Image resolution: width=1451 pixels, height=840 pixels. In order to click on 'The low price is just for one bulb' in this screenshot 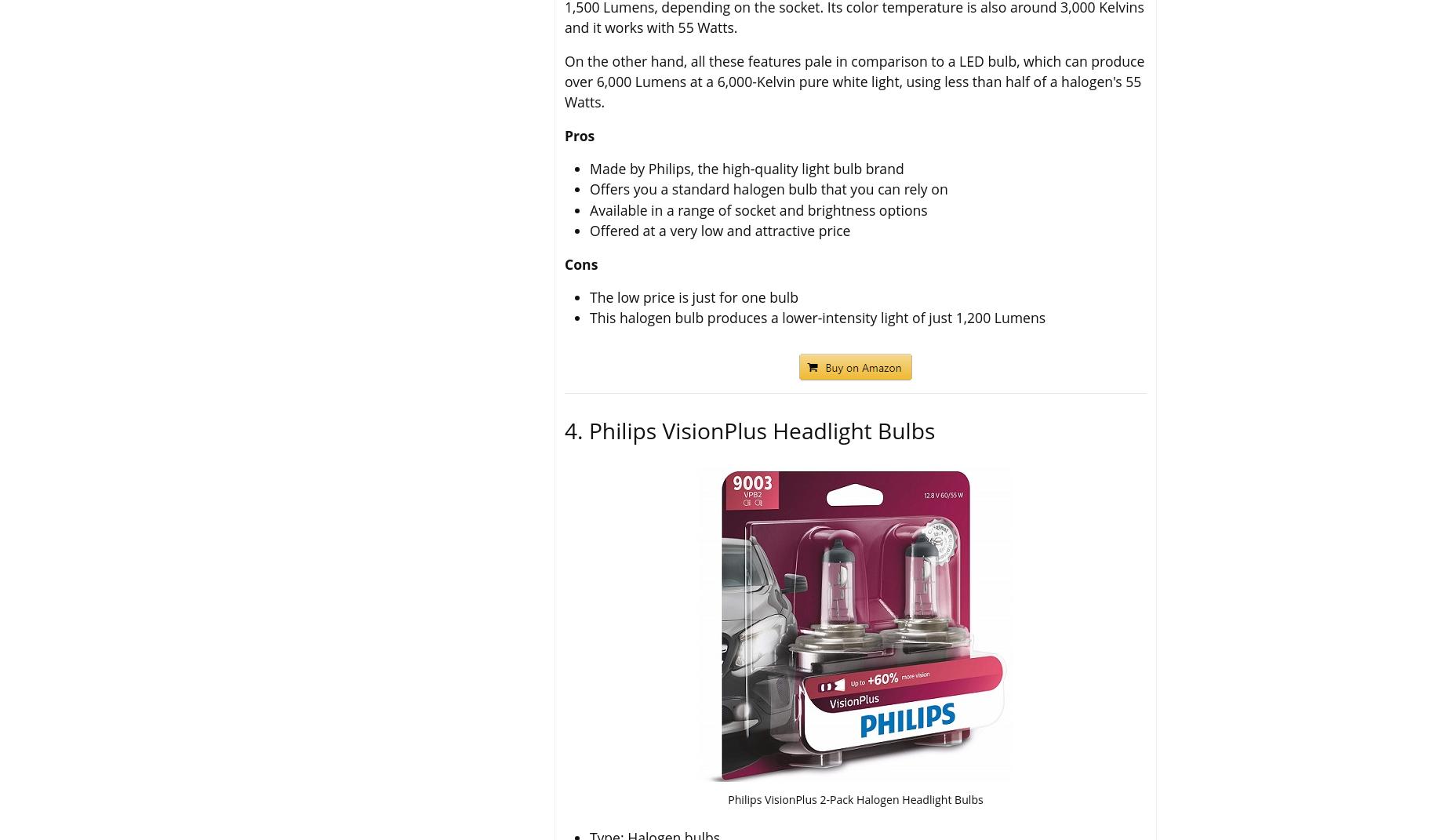, I will do `click(694, 296)`.